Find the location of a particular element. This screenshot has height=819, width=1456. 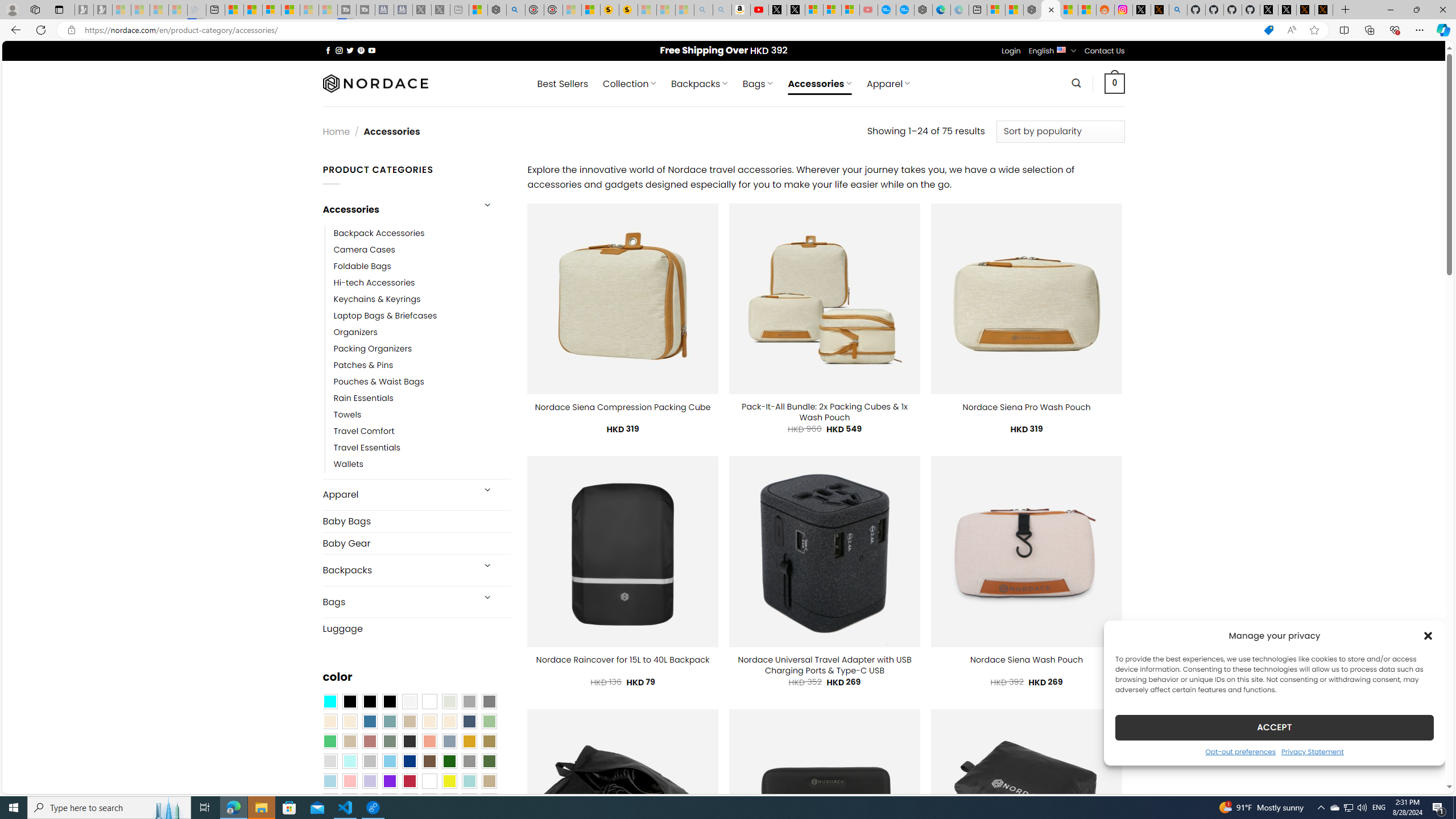

'Nordace - Best Sellers' is located at coordinates (1032, 9).